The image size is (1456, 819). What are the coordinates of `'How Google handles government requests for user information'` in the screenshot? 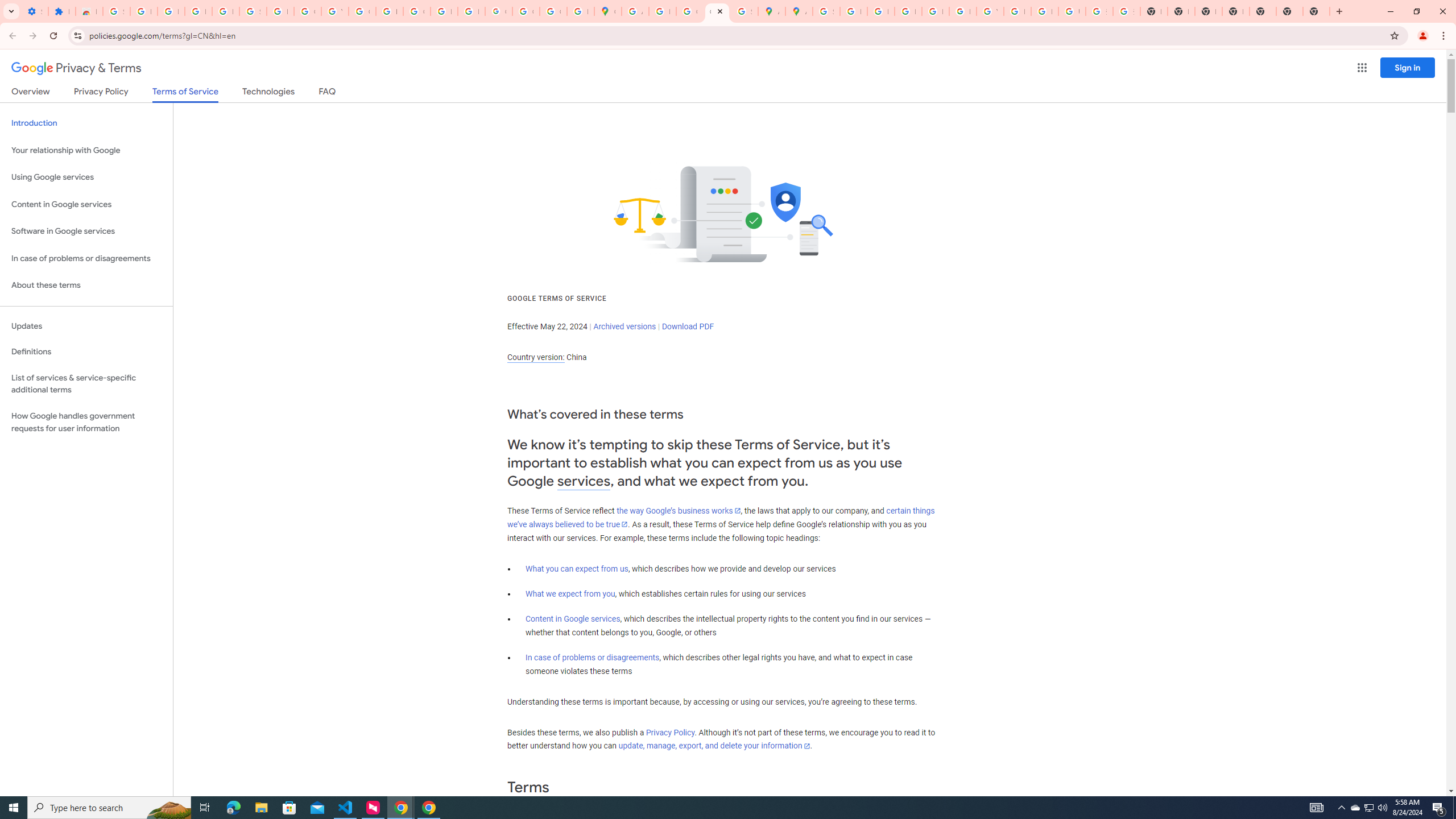 It's located at (86, 422).